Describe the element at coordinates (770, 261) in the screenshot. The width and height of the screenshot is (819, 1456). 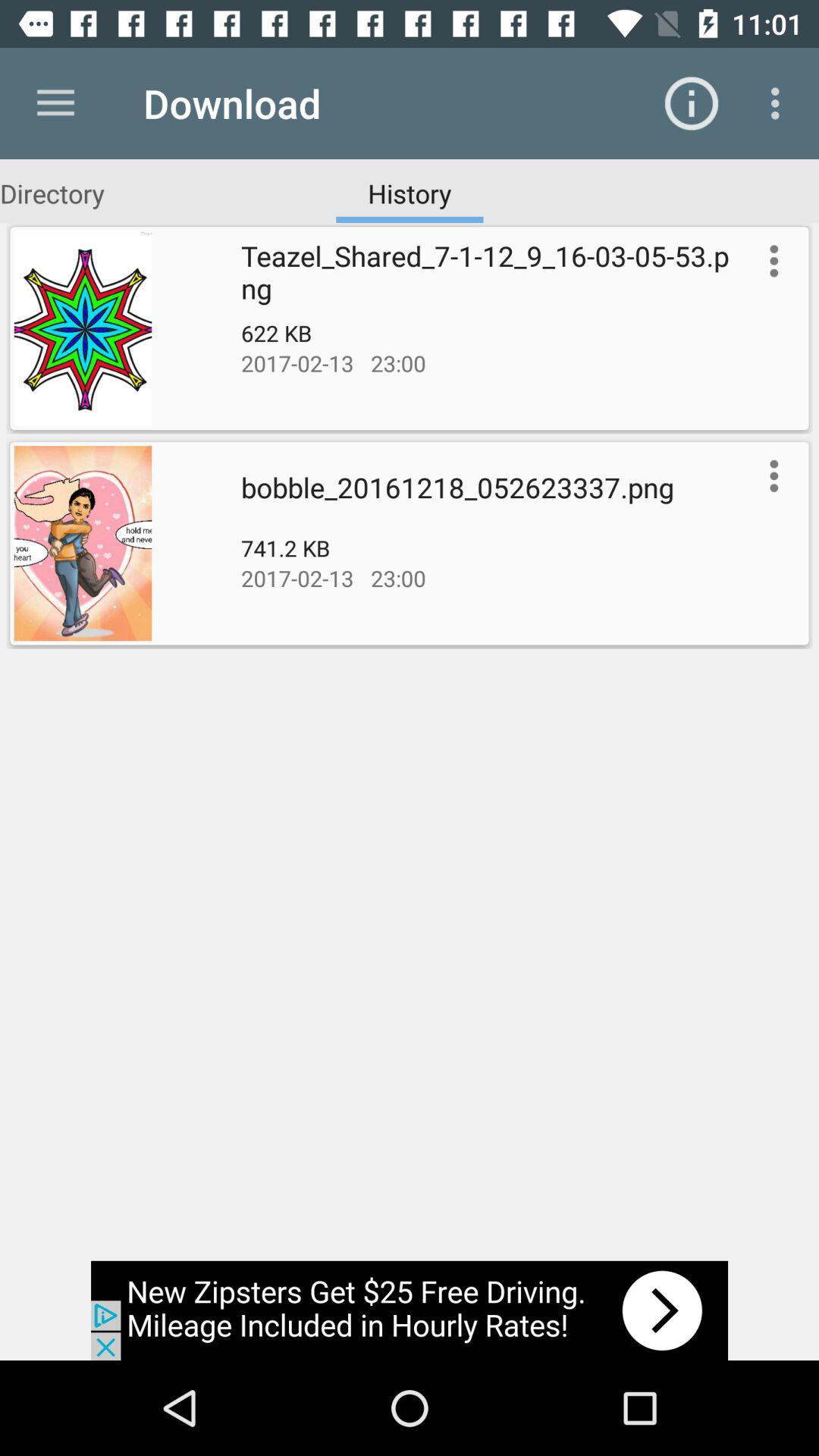
I see `setting the option` at that location.